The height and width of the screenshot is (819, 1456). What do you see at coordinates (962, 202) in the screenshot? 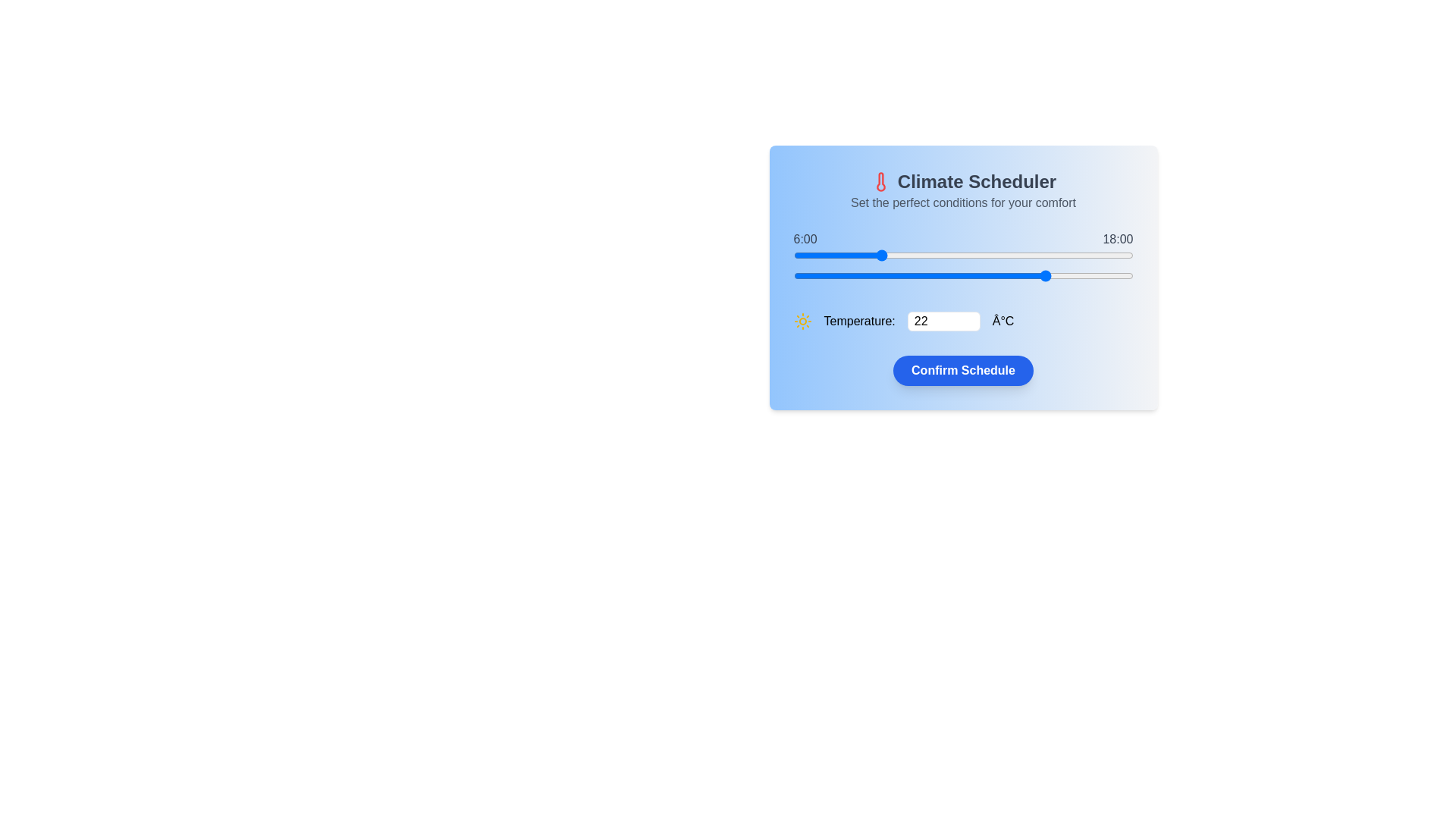
I see `the static text displaying 'Set the perfect conditions for your comfort', which is located beneath the 'Climate Scheduler' header` at bounding box center [962, 202].